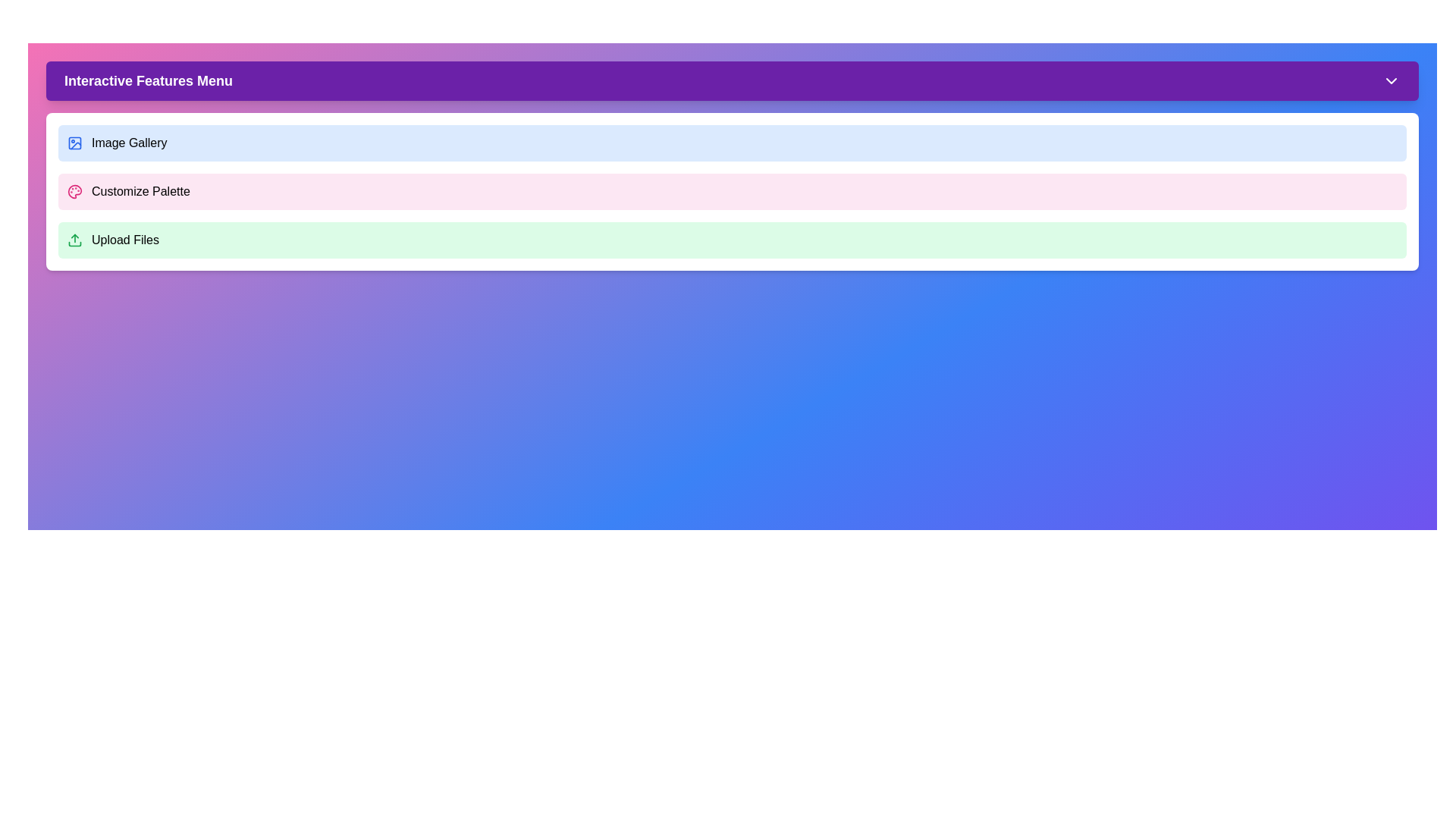 The height and width of the screenshot is (819, 1456). Describe the element at coordinates (732, 191) in the screenshot. I see `the 'Customize Palette' option in the menu` at that location.